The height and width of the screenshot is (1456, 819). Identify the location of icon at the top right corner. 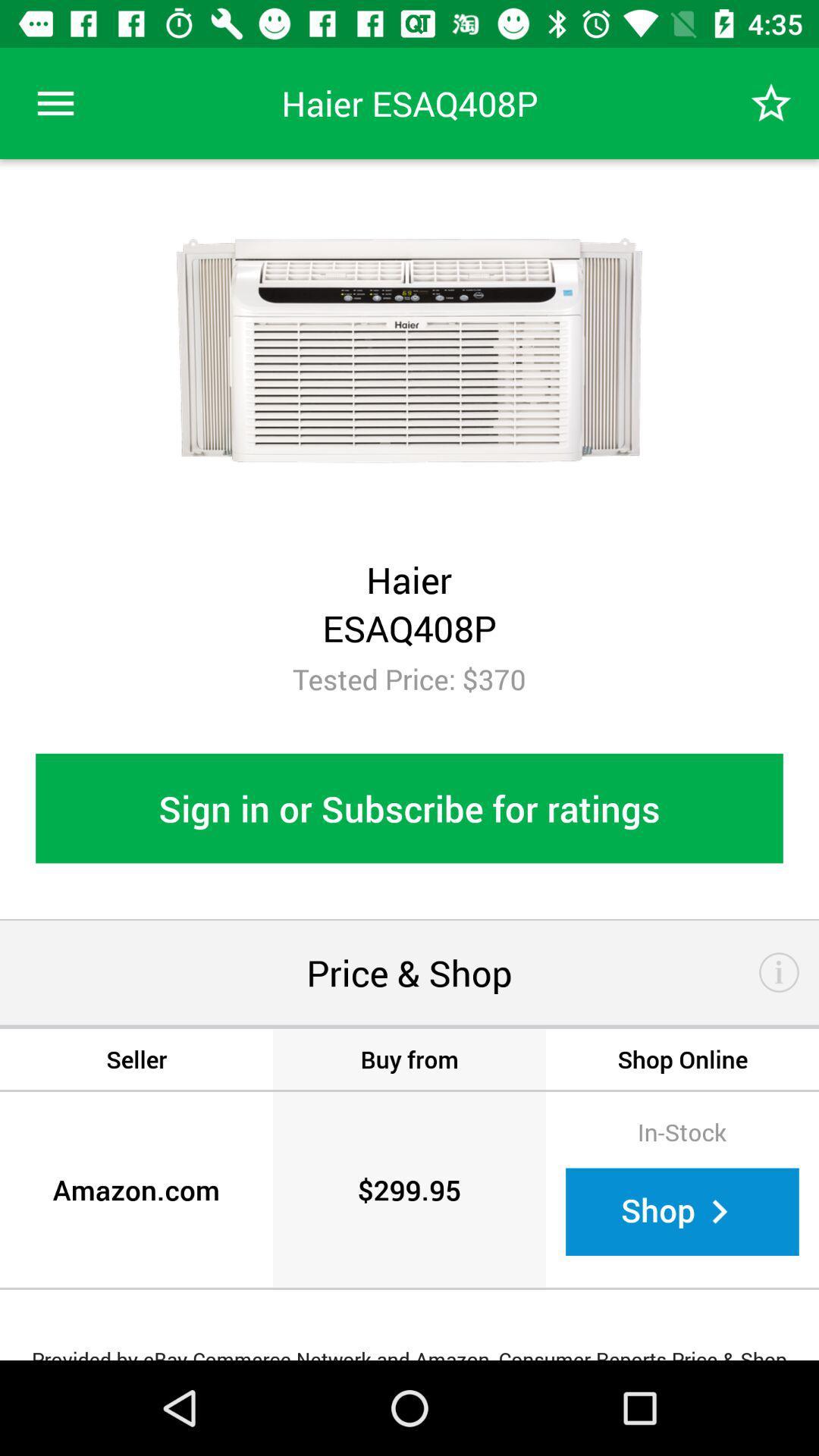
(771, 102).